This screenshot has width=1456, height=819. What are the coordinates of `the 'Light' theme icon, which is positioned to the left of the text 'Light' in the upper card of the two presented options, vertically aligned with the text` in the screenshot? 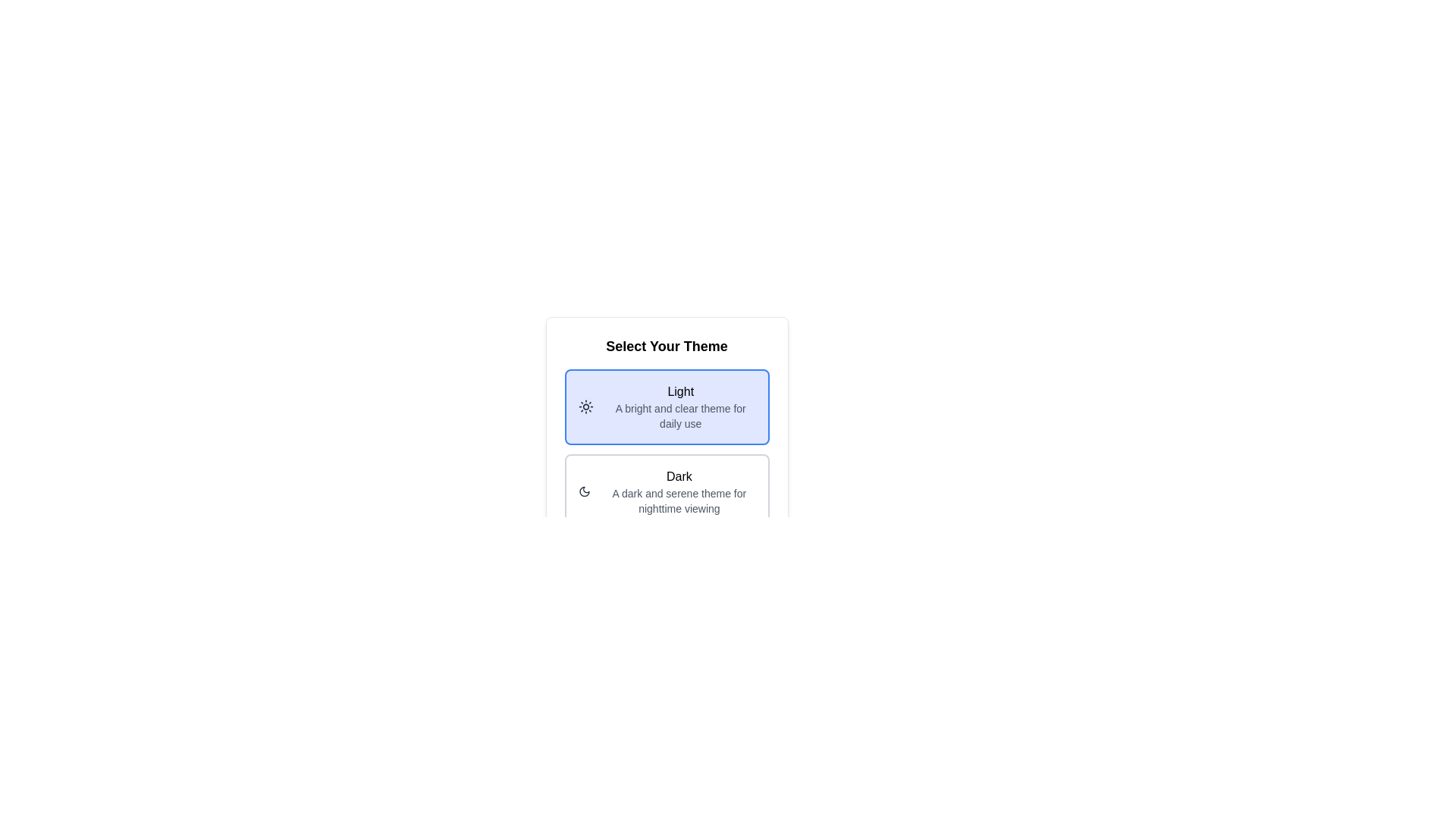 It's located at (585, 406).